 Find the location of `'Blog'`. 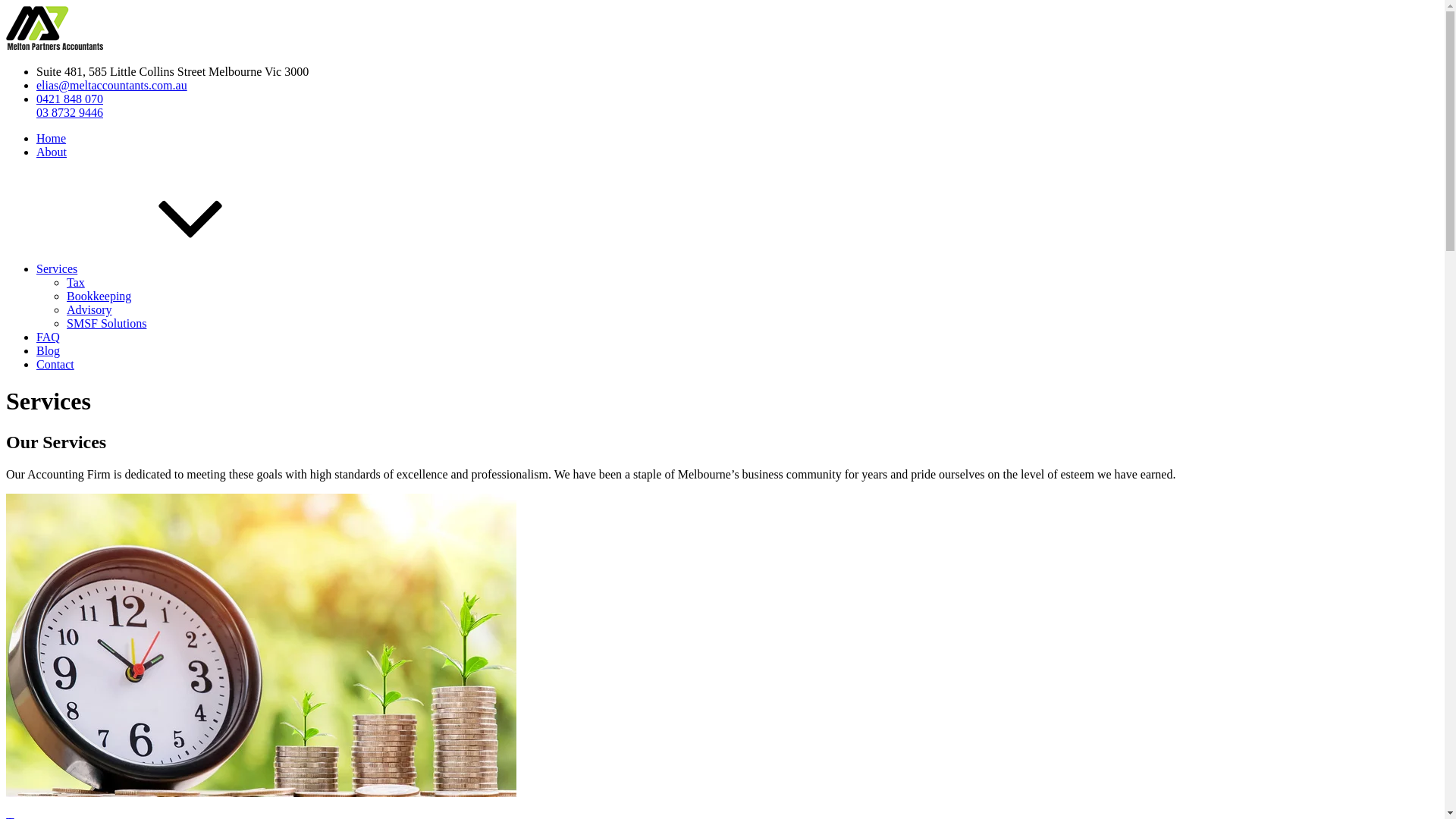

'Blog' is located at coordinates (48, 350).